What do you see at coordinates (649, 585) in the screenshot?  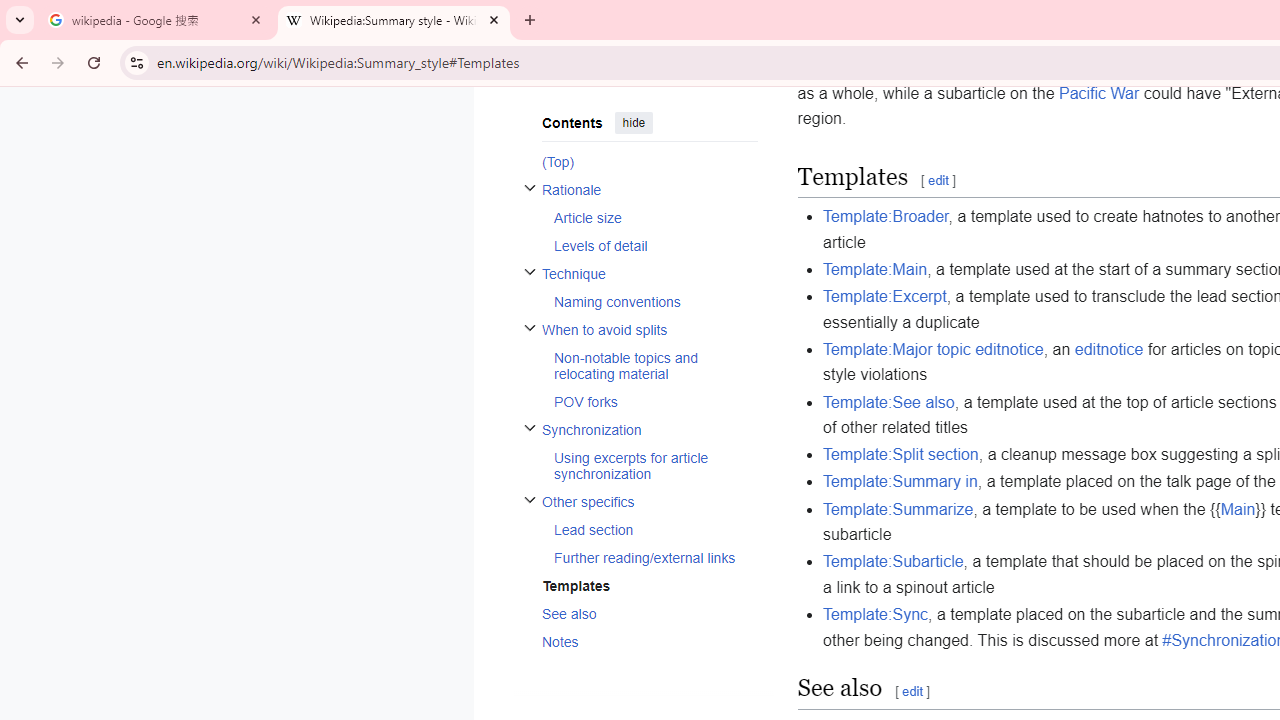 I see `'Templates'` at bounding box center [649, 585].